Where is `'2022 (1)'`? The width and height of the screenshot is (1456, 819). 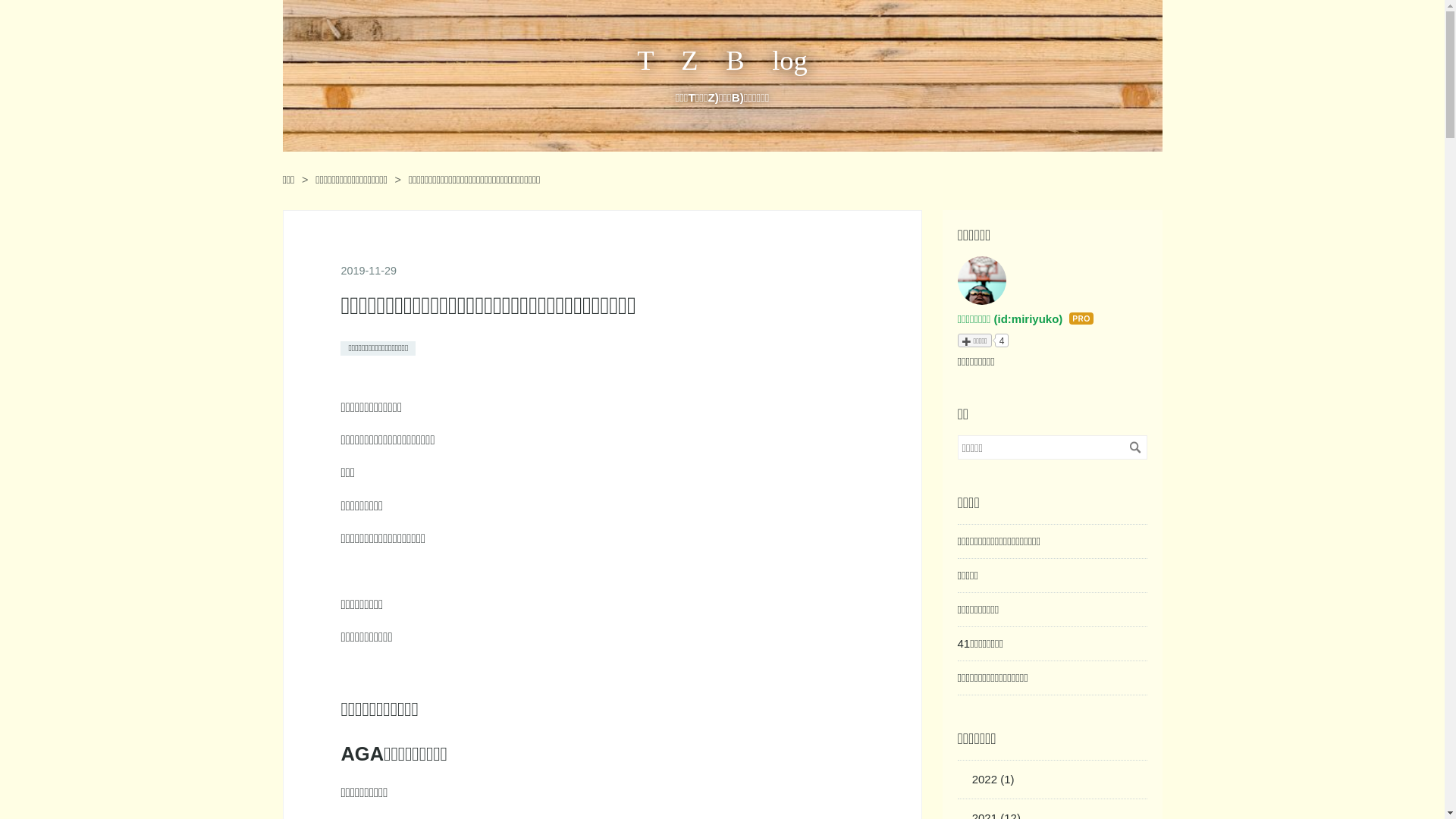
'2022 (1)' is located at coordinates (993, 779).